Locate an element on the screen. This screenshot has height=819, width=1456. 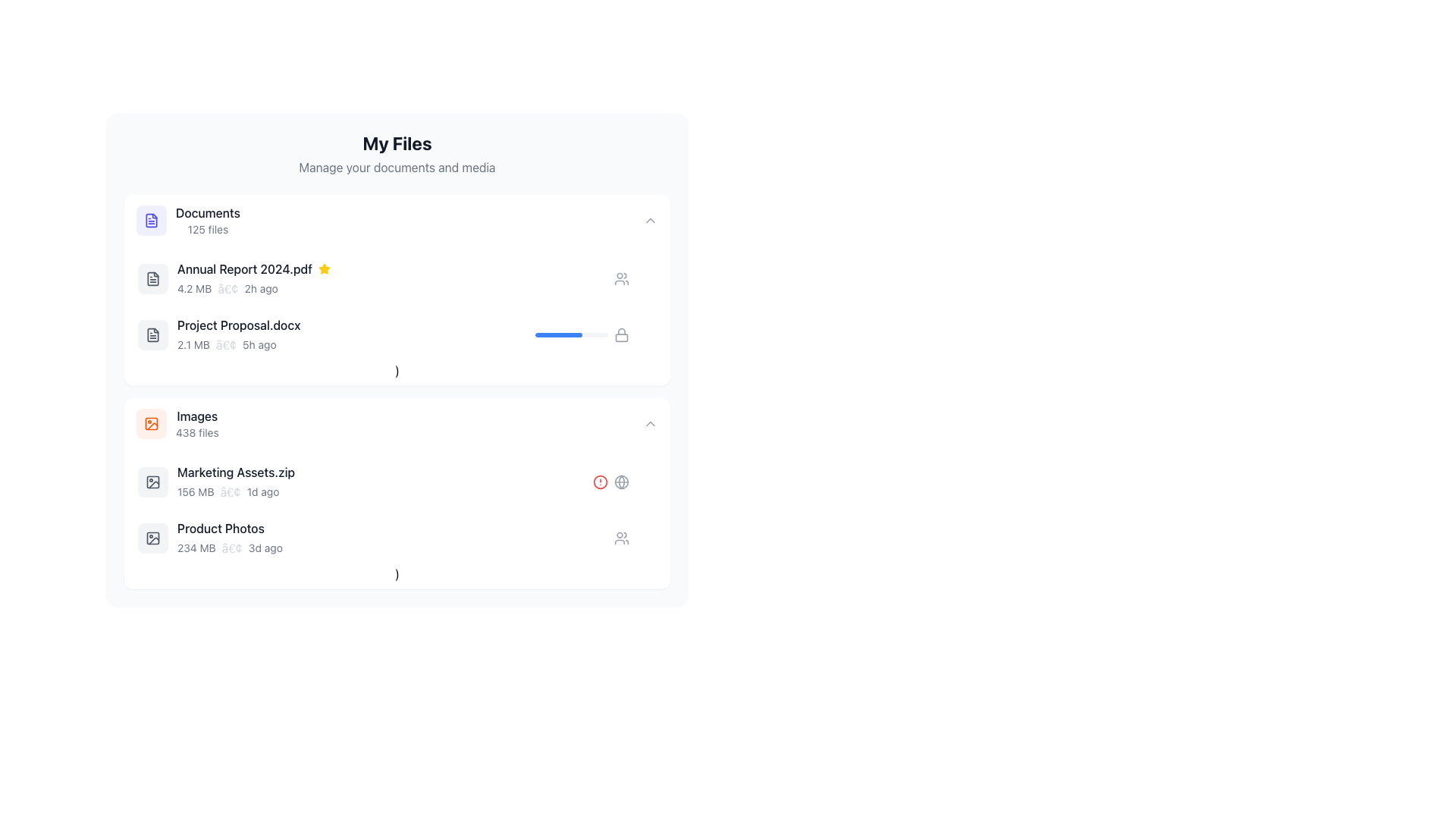
the text label displaying the file name 'Marketing Assets.zip', located in the 'Images' section, specifically the second item under that section is located at coordinates (235, 472).